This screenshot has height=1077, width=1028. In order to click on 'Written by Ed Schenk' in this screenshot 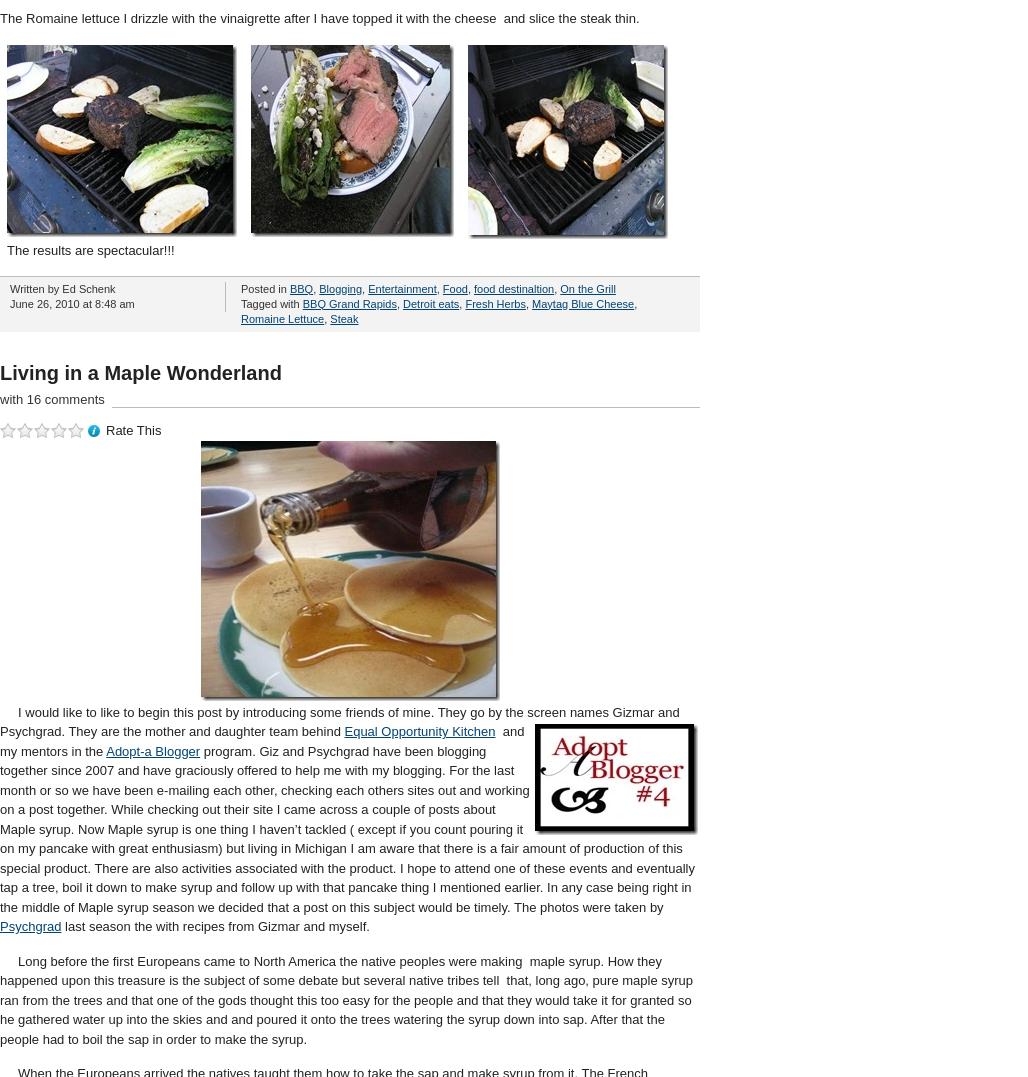, I will do `click(62, 286)`.